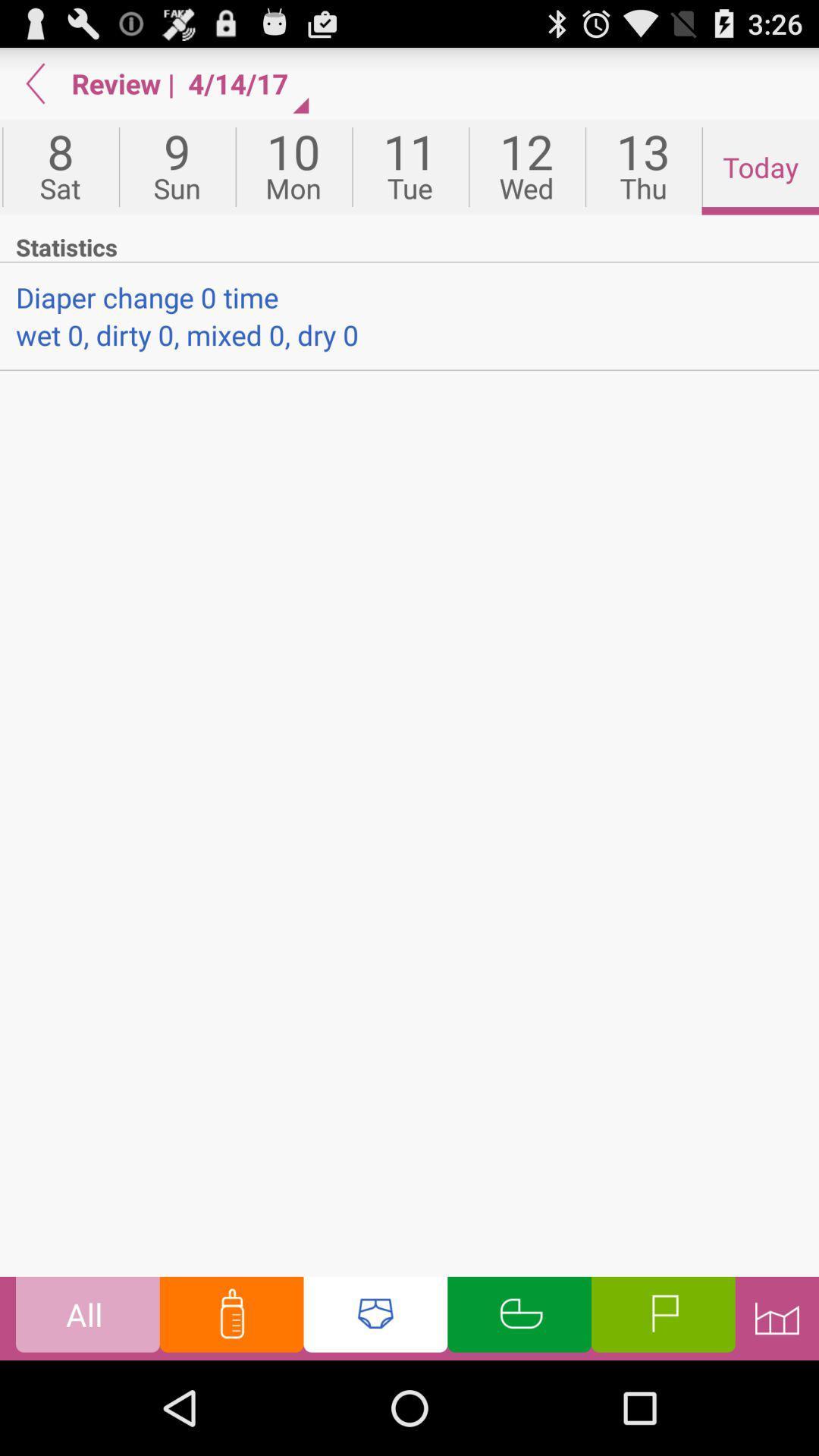 This screenshot has height=1456, width=819. Describe the element at coordinates (375, 1317) in the screenshot. I see `abba` at that location.